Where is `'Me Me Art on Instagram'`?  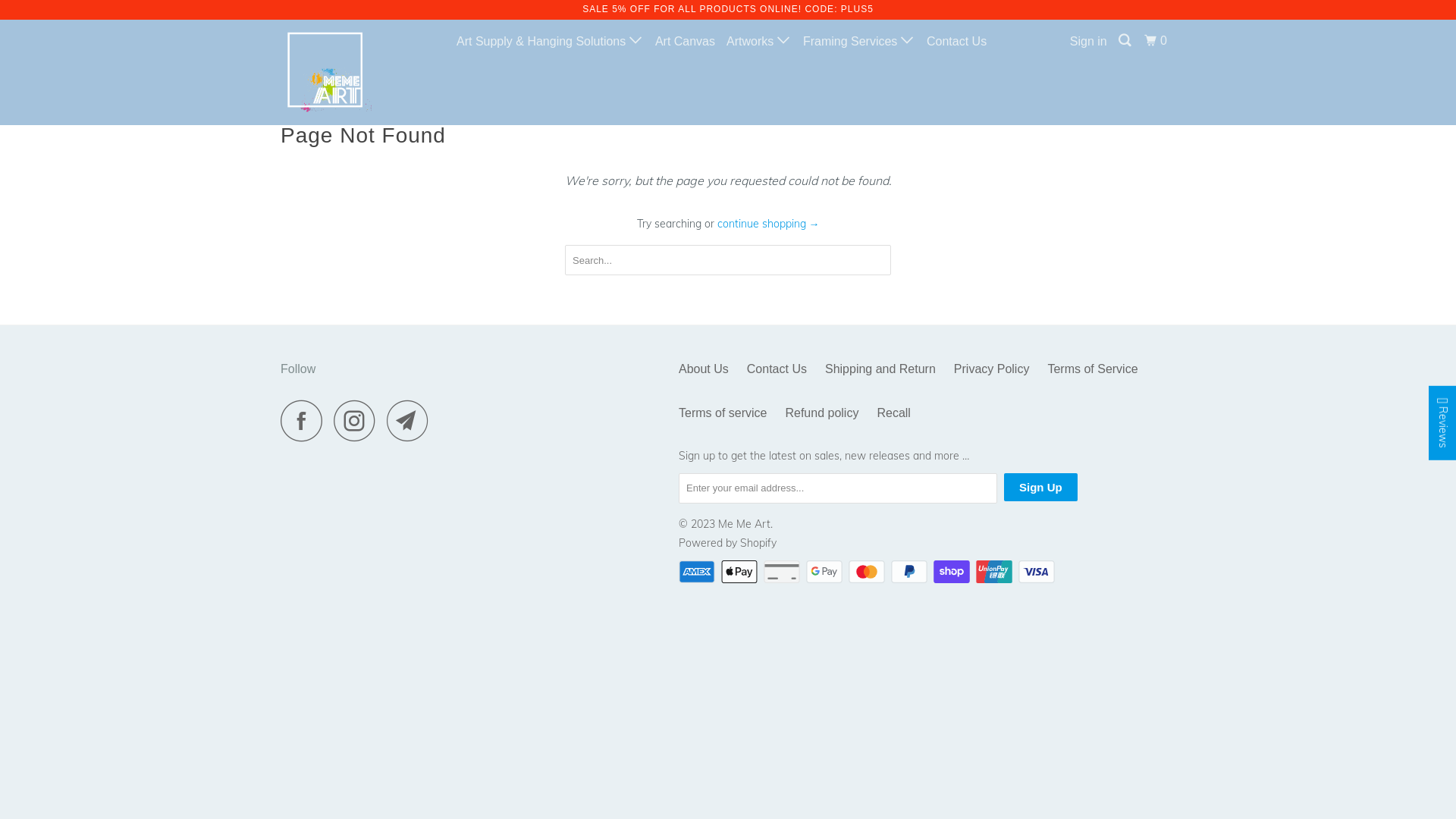
'Me Me Art on Instagram' is located at coordinates (358, 420).